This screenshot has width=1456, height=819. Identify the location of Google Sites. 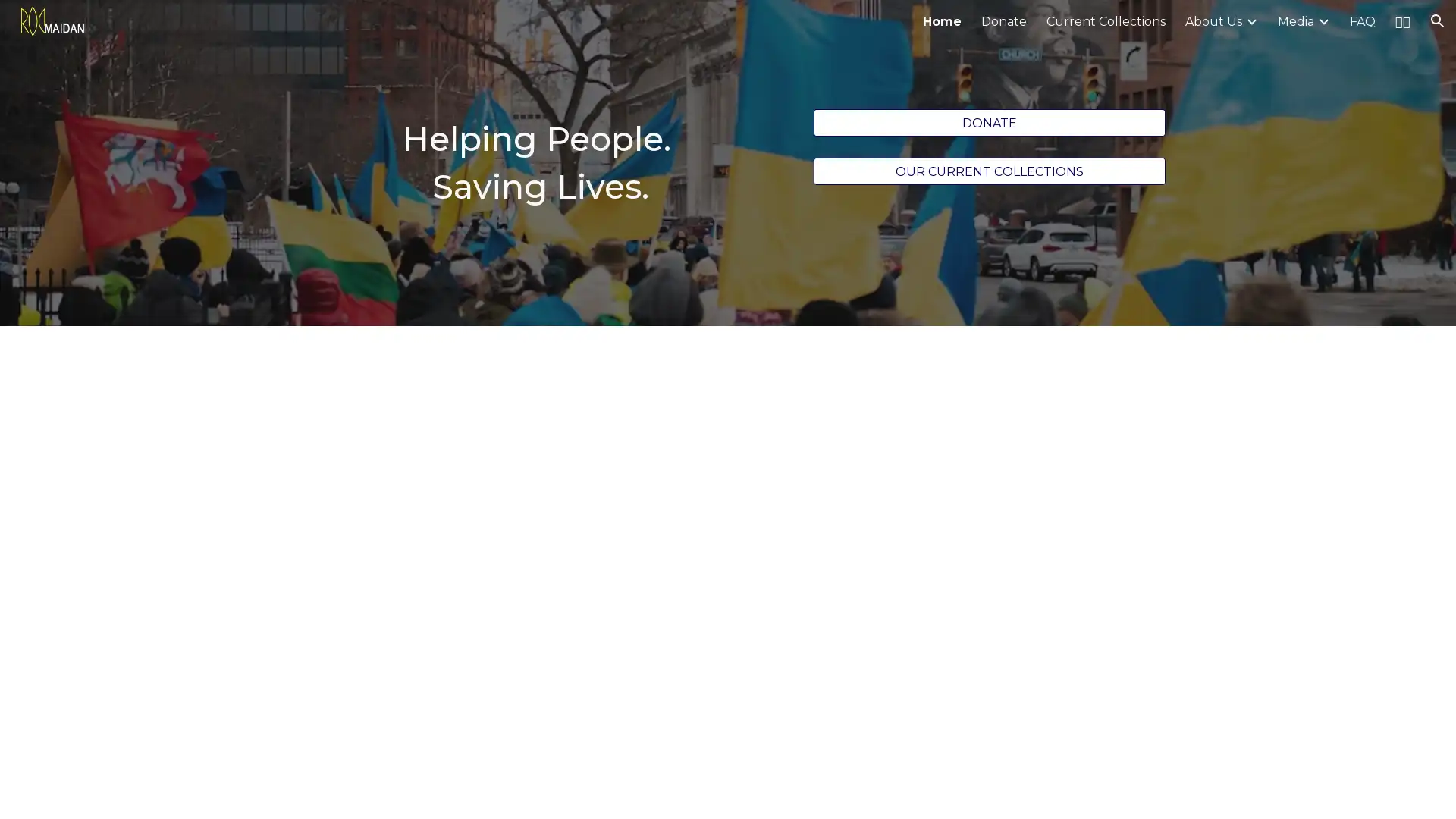
(117, 792).